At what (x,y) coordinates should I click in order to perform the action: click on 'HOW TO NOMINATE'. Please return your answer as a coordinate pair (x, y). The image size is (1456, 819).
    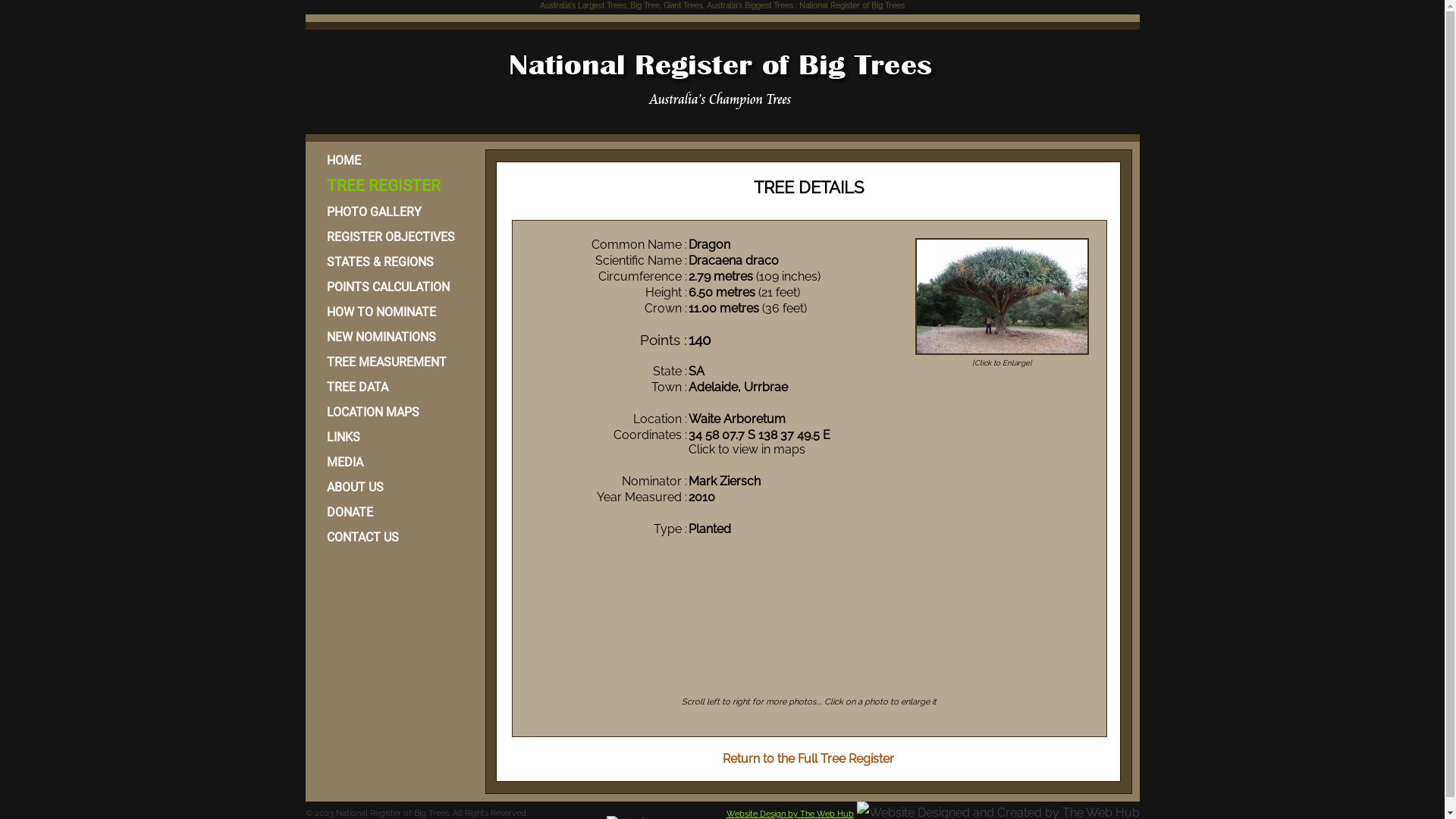
    Looking at the image, I should click on (393, 311).